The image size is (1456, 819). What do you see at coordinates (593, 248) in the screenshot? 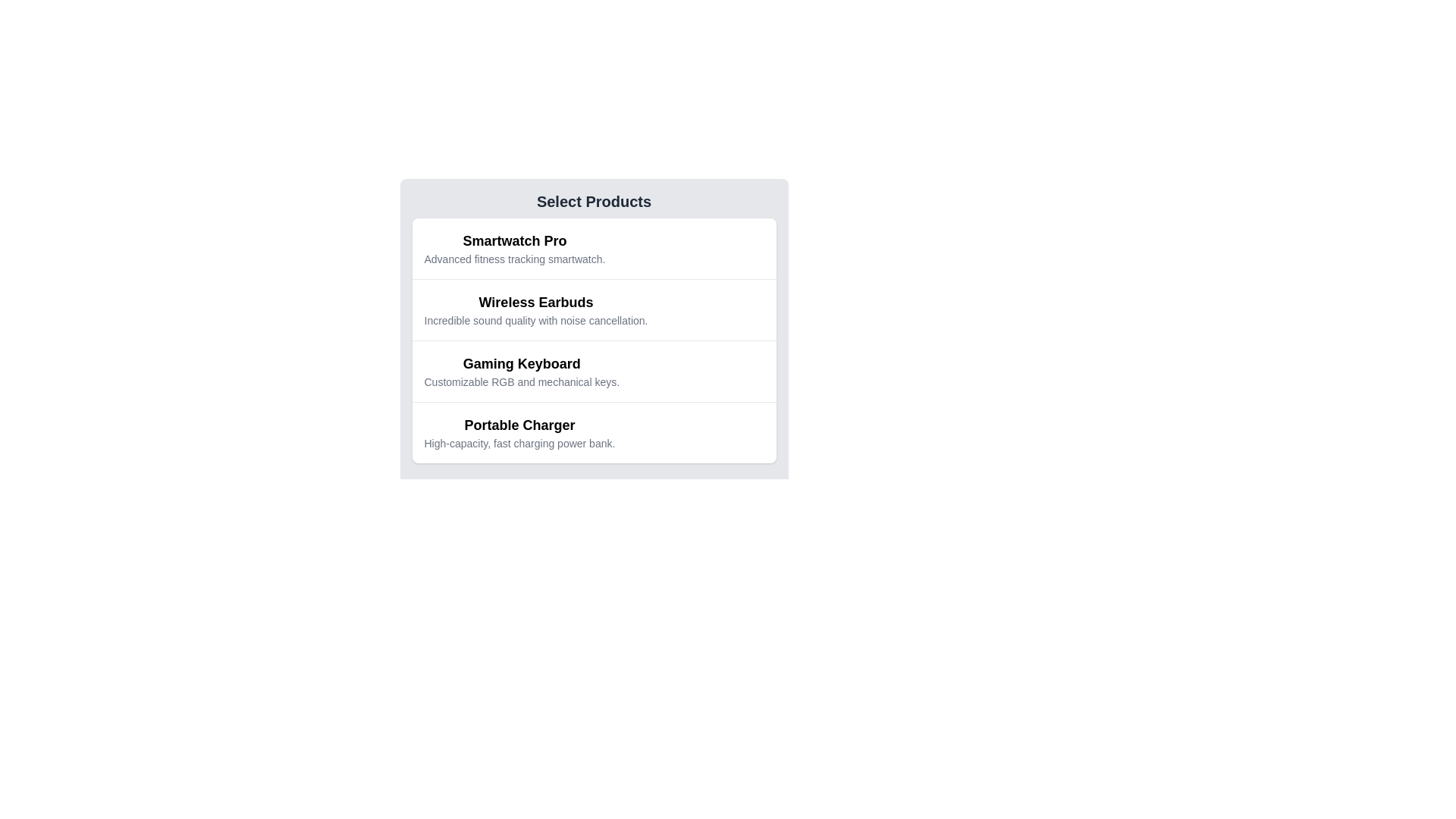
I see `the first product entry in the list` at bounding box center [593, 248].